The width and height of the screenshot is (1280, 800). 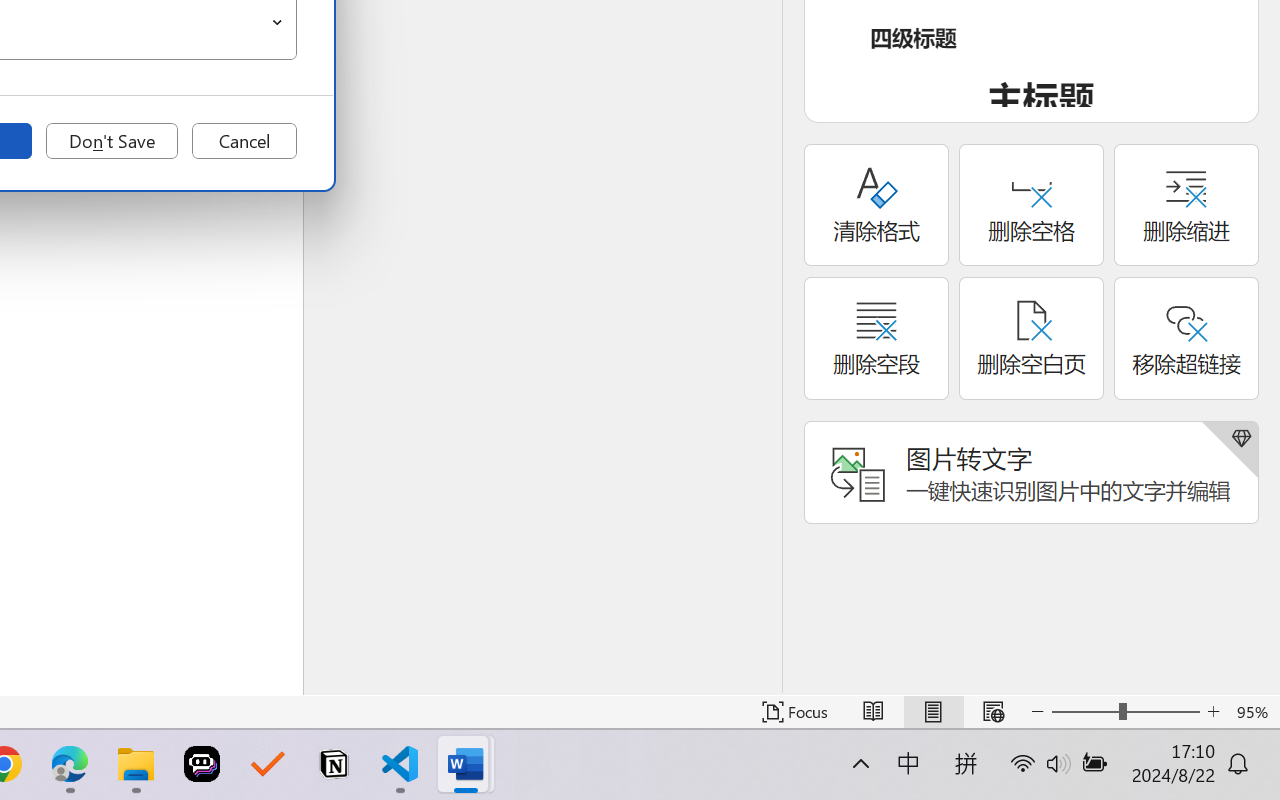 I want to click on 'Zoom 95%', so click(x=1252, y=711).